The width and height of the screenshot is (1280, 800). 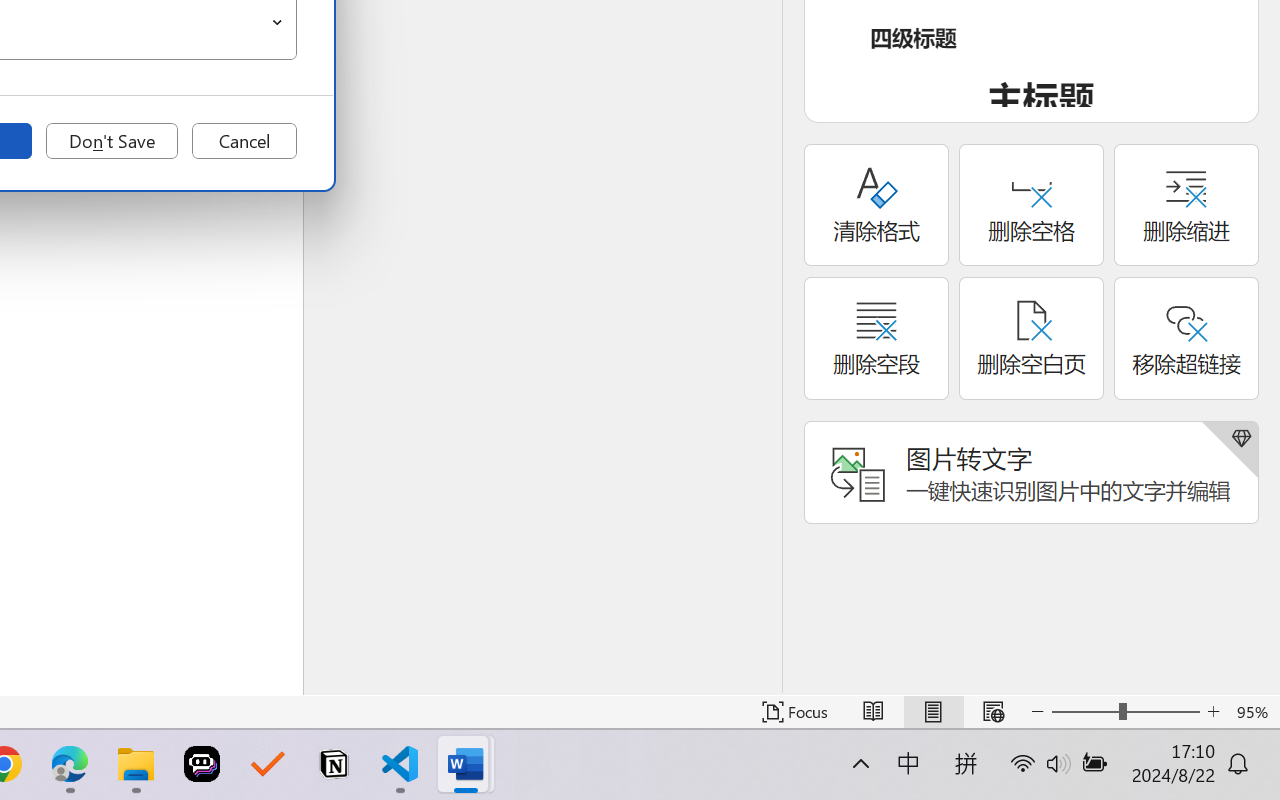 I want to click on 'Zoom 95%', so click(x=1252, y=711).